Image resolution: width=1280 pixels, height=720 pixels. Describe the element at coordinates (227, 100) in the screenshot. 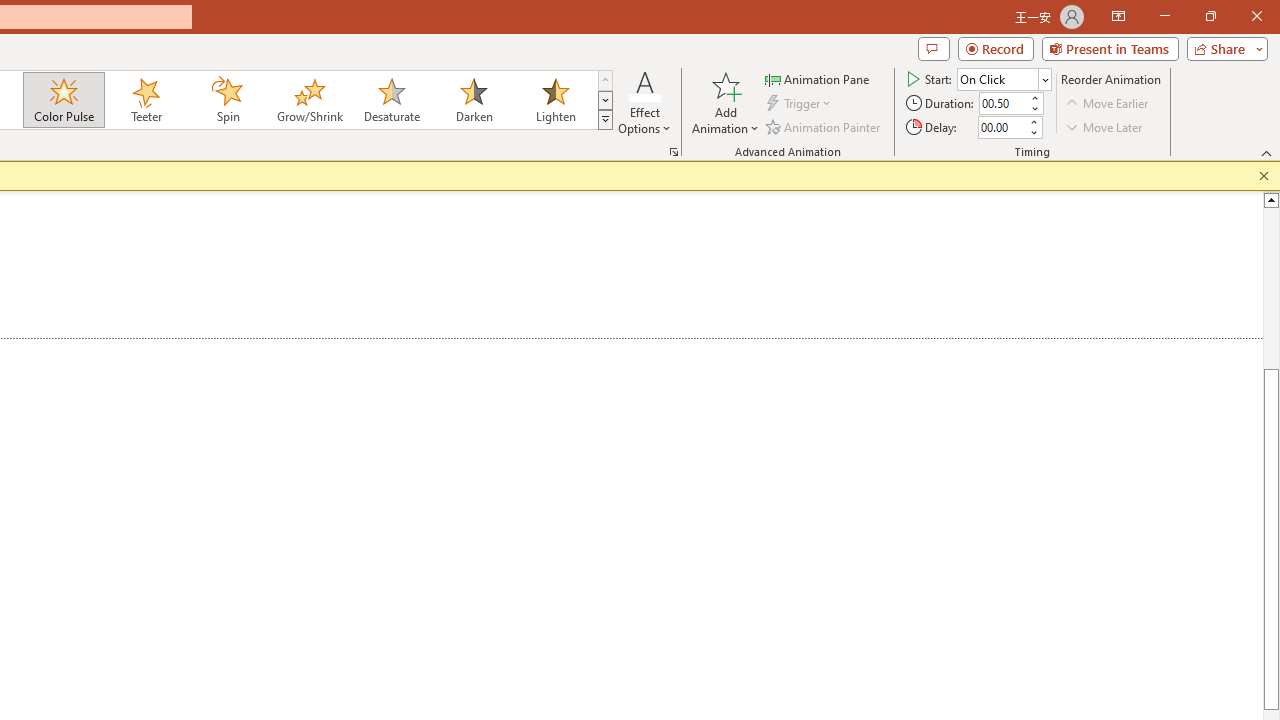

I see `'Spin'` at that location.